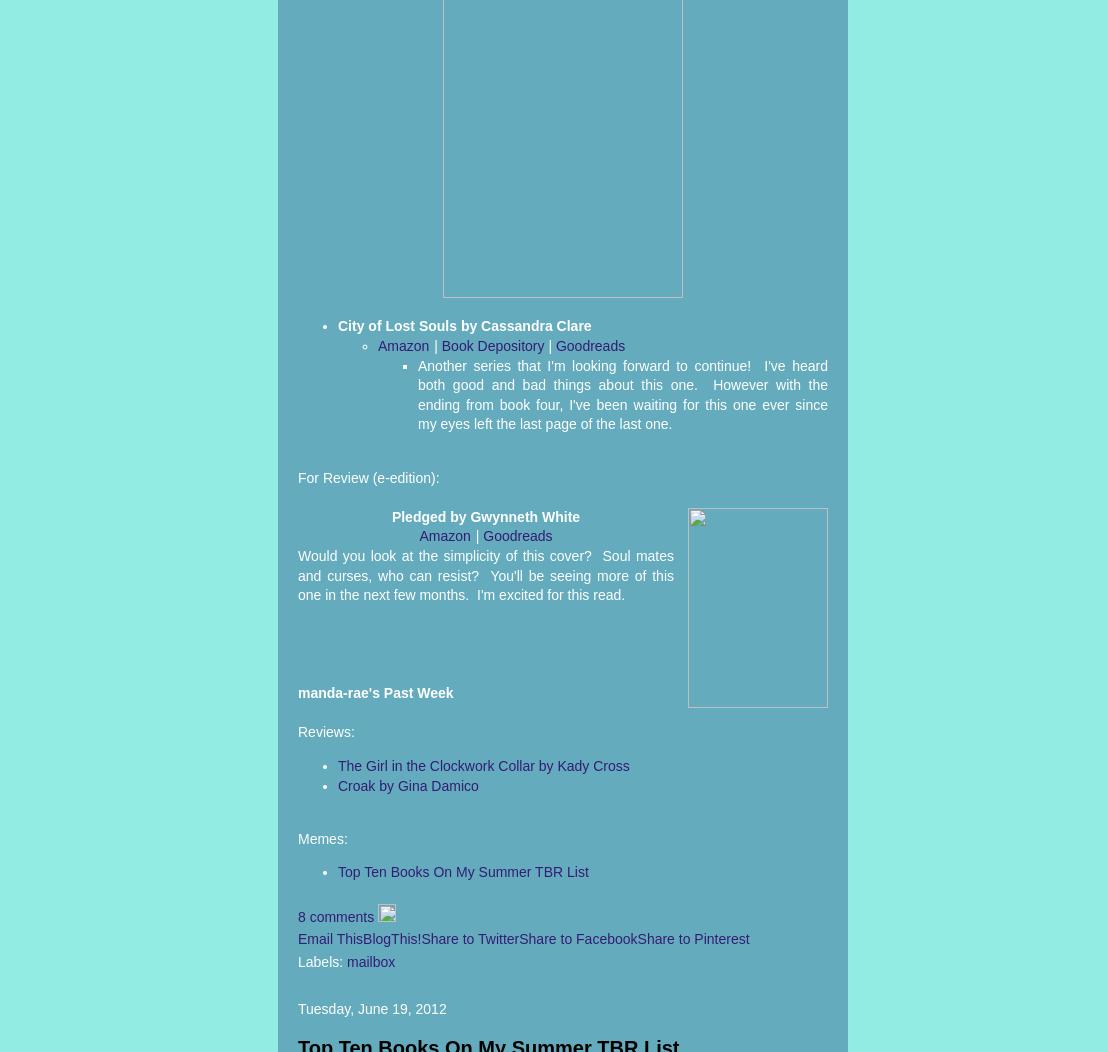 The image size is (1108, 1052). I want to click on 'Croak by Gina Damico', so click(337, 784).